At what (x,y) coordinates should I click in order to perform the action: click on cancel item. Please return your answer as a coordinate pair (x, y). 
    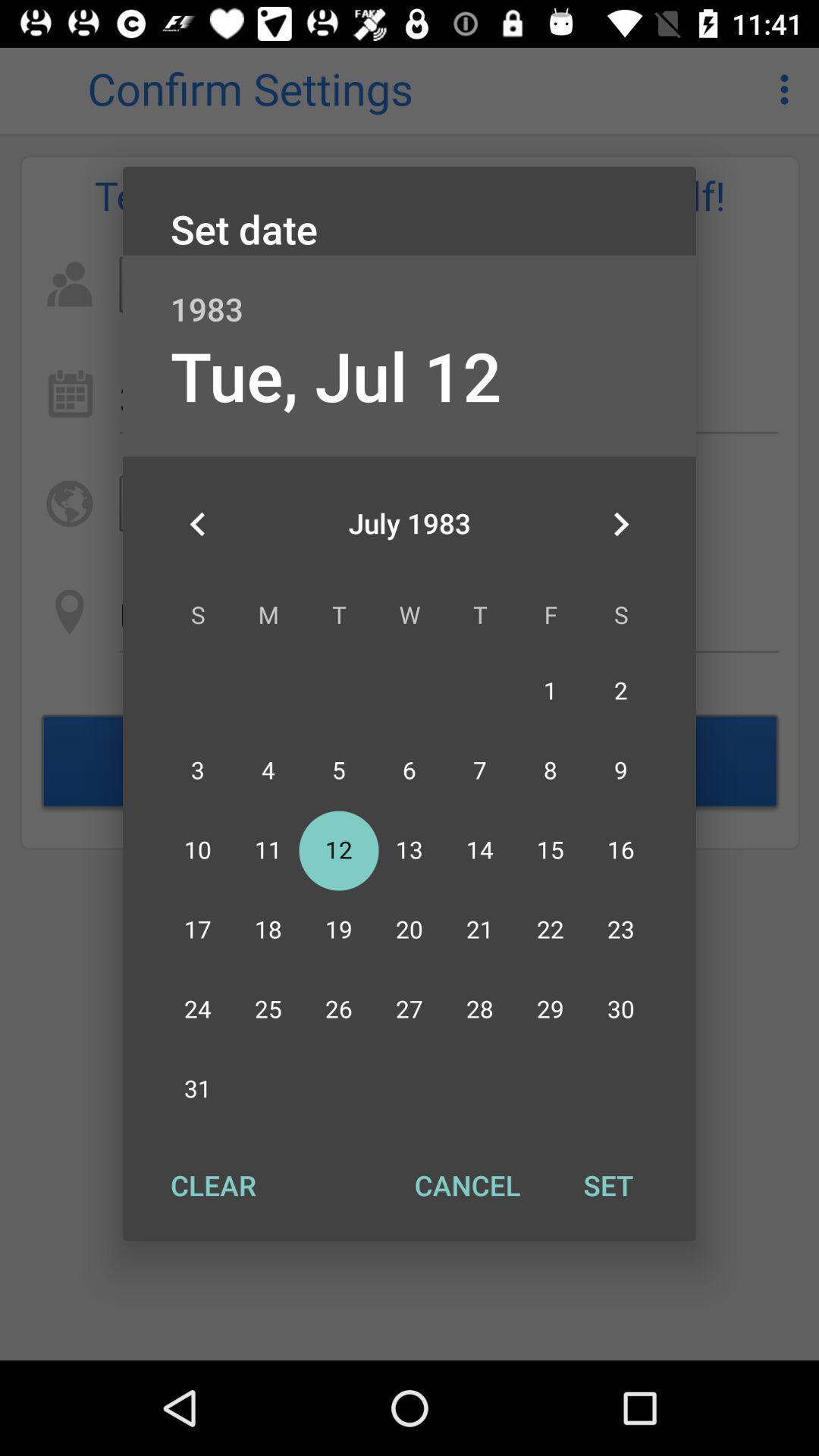
    Looking at the image, I should click on (466, 1185).